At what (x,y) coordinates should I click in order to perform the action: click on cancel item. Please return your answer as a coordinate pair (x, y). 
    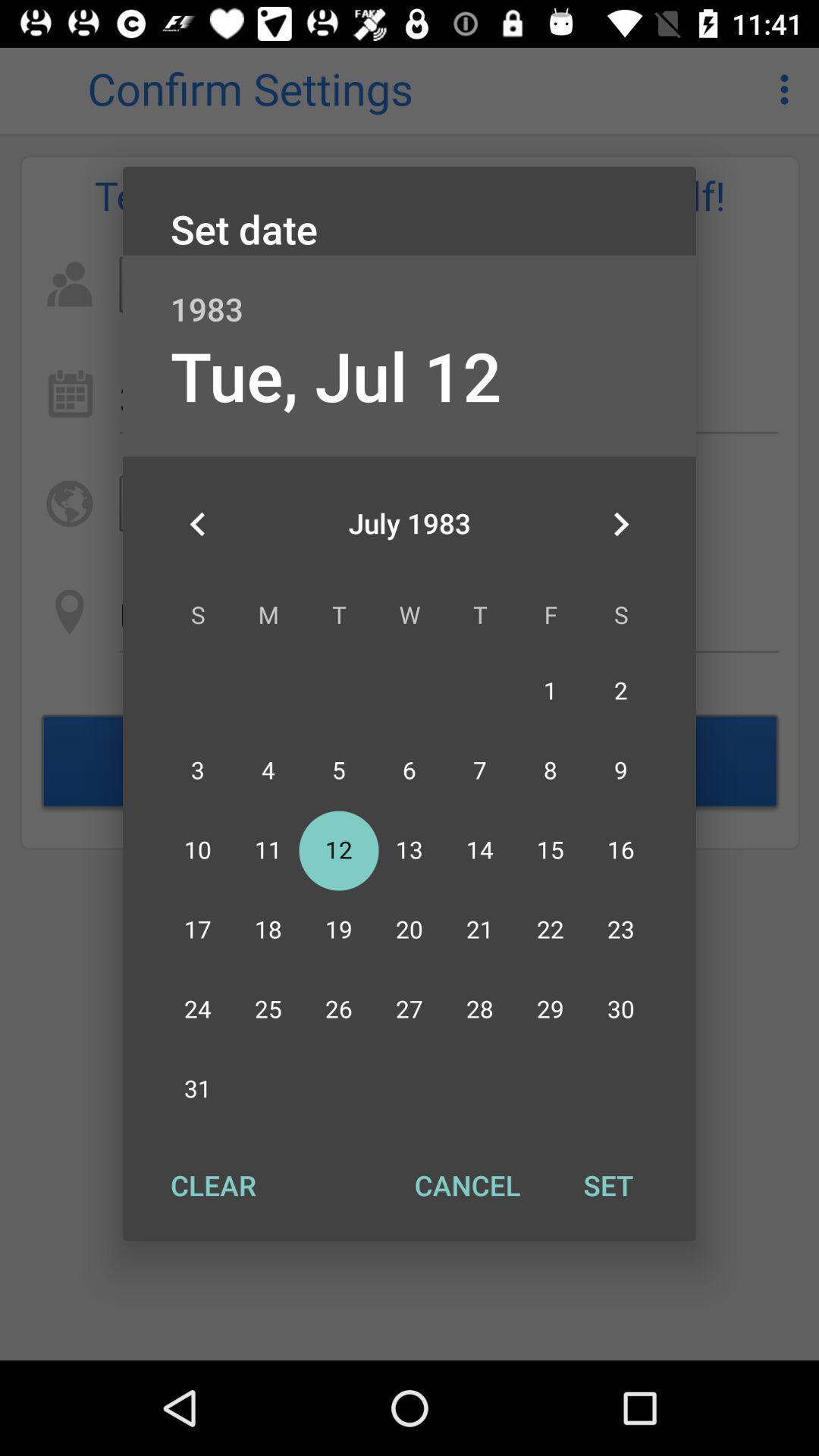
    Looking at the image, I should click on (466, 1185).